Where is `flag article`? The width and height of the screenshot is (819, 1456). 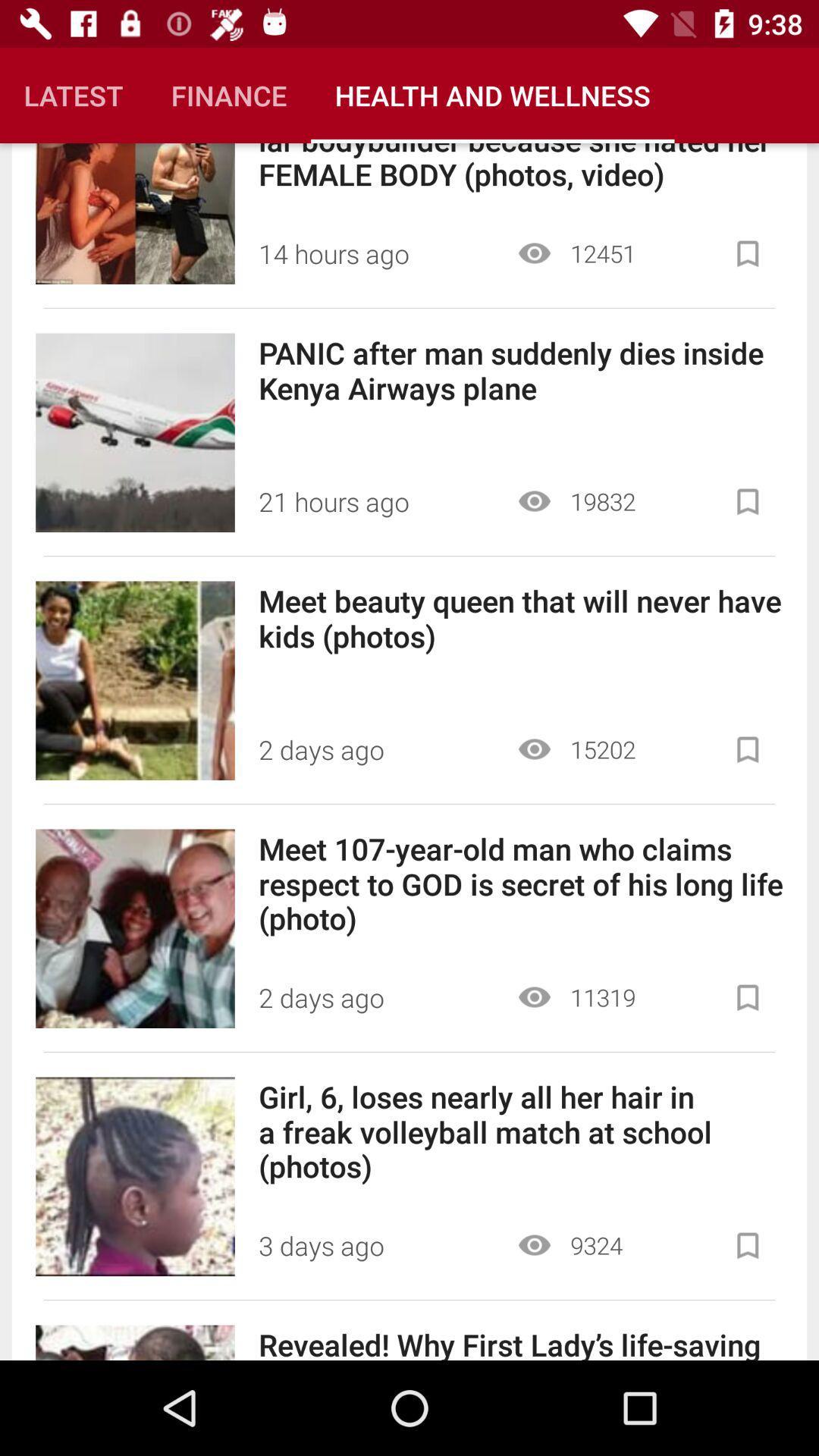
flag article is located at coordinates (747, 253).